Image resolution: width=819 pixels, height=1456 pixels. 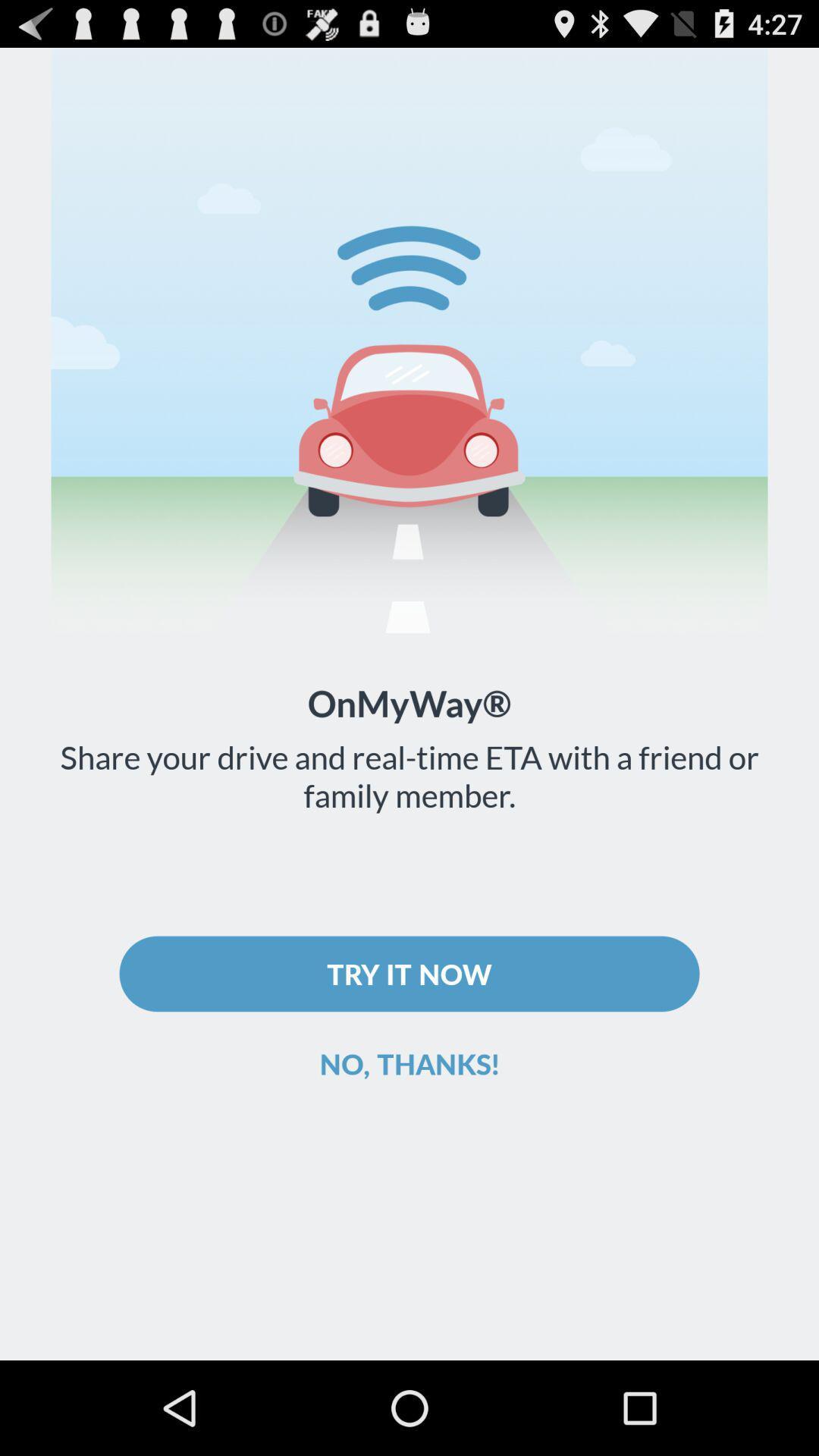 What do you see at coordinates (409, 974) in the screenshot?
I see `the try it now` at bounding box center [409, 974].